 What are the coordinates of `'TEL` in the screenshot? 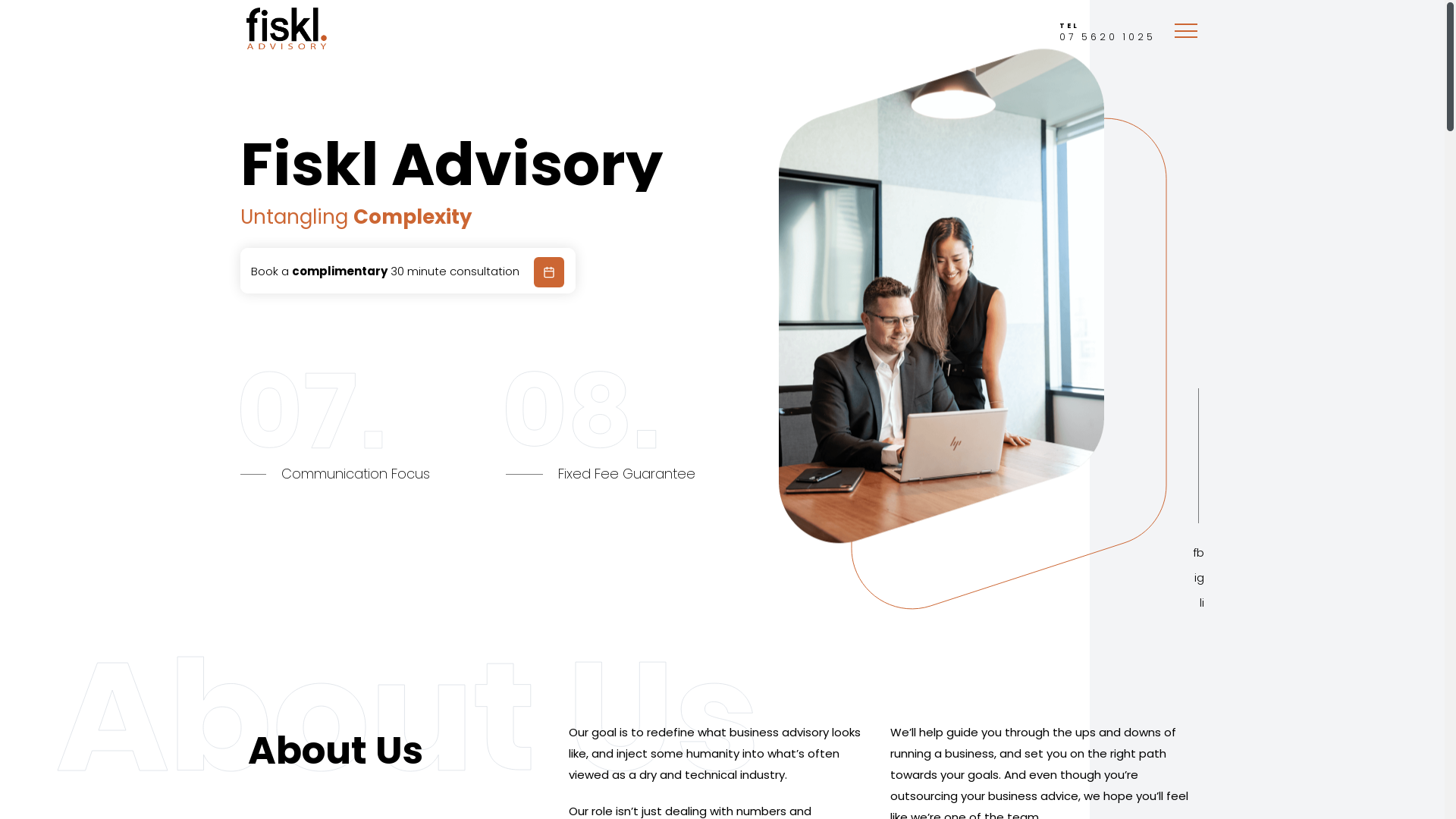 It's located at (1058, 38).